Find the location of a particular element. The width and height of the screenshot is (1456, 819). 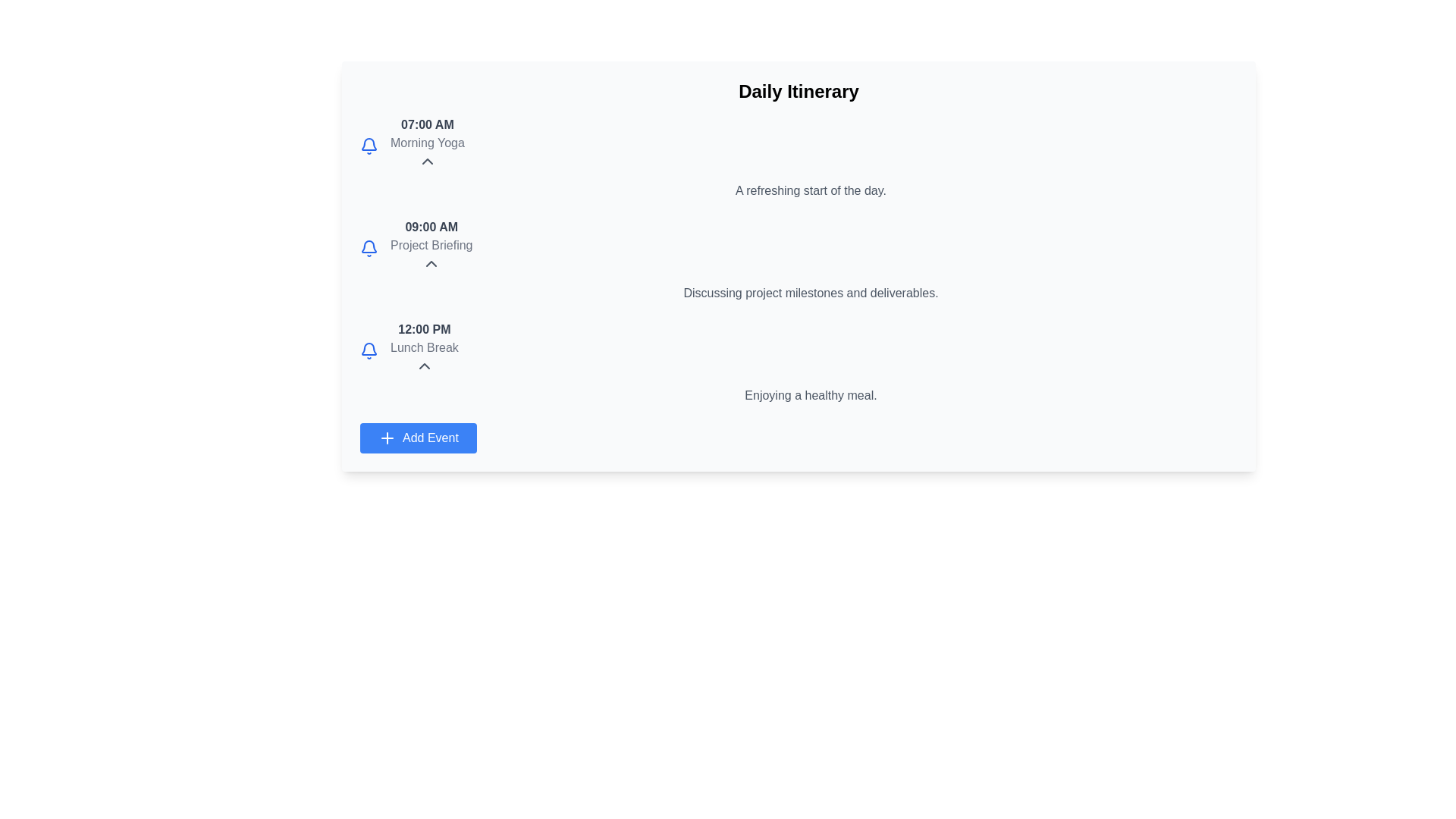

the notification icon that indicates an alert for '12:00 PM - Lunch Break', positioned to the left of the text is located at coordinates (369, 350).